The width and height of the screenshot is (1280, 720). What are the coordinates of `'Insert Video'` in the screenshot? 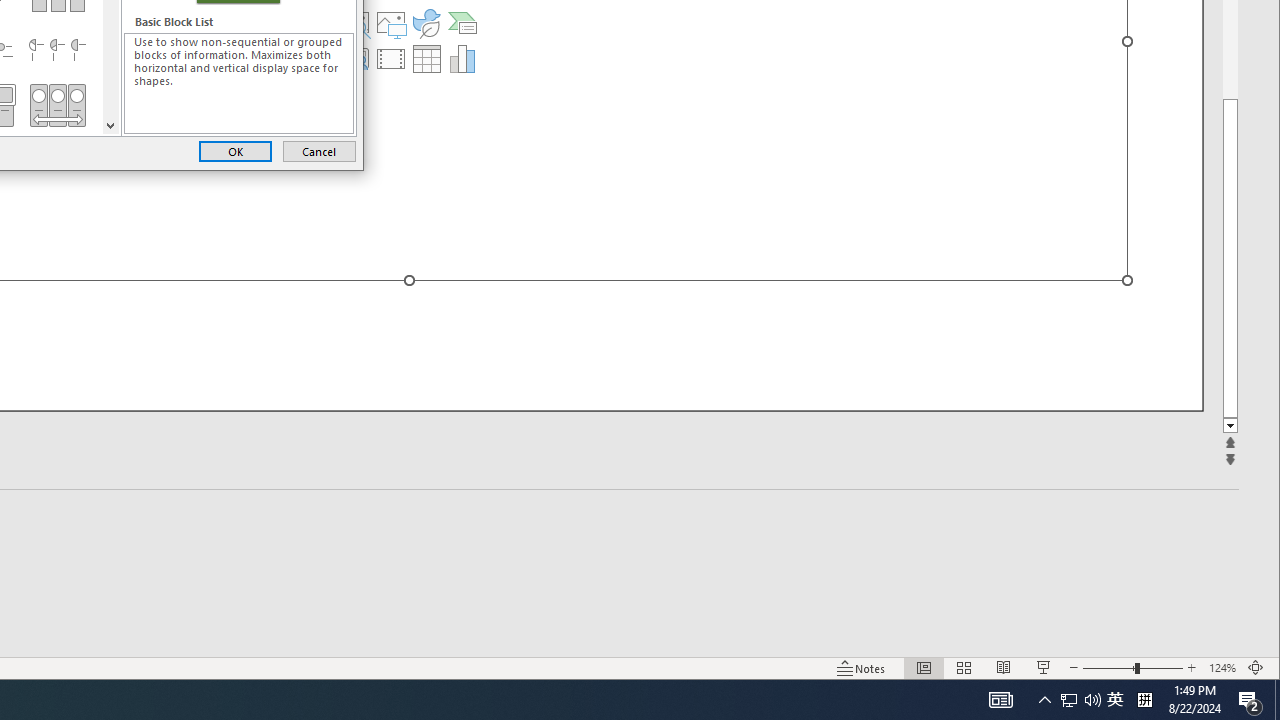 It's located at (391, 58).